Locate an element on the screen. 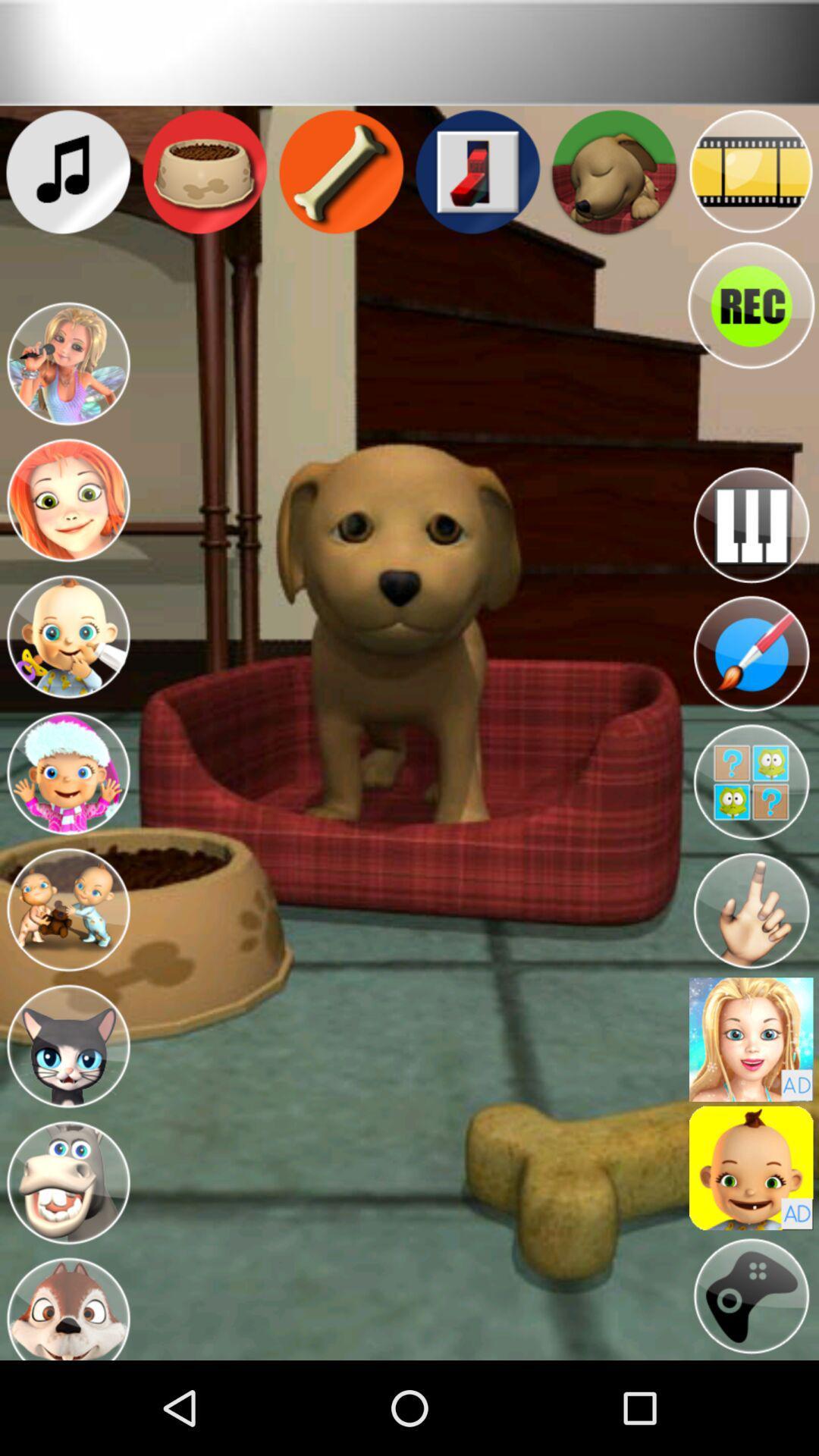 The height and width of the screenshot is (1456, 819). chipmunk icon is located at coordinates (67, 1305).